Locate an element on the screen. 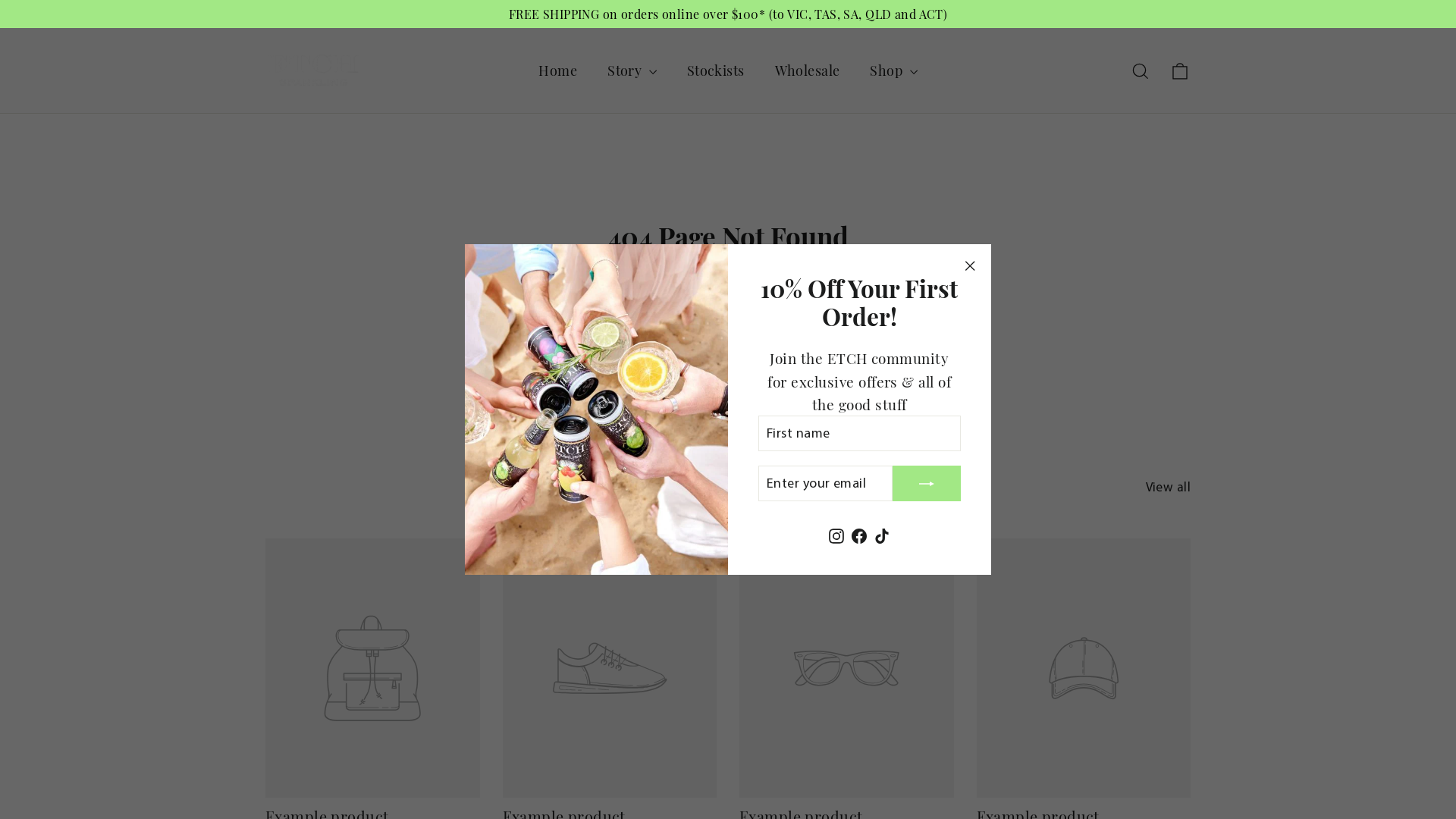 Image resolution: width=1456 pixels, height=819 pixels. 'Stockists' is located at coordinates (715, 71).